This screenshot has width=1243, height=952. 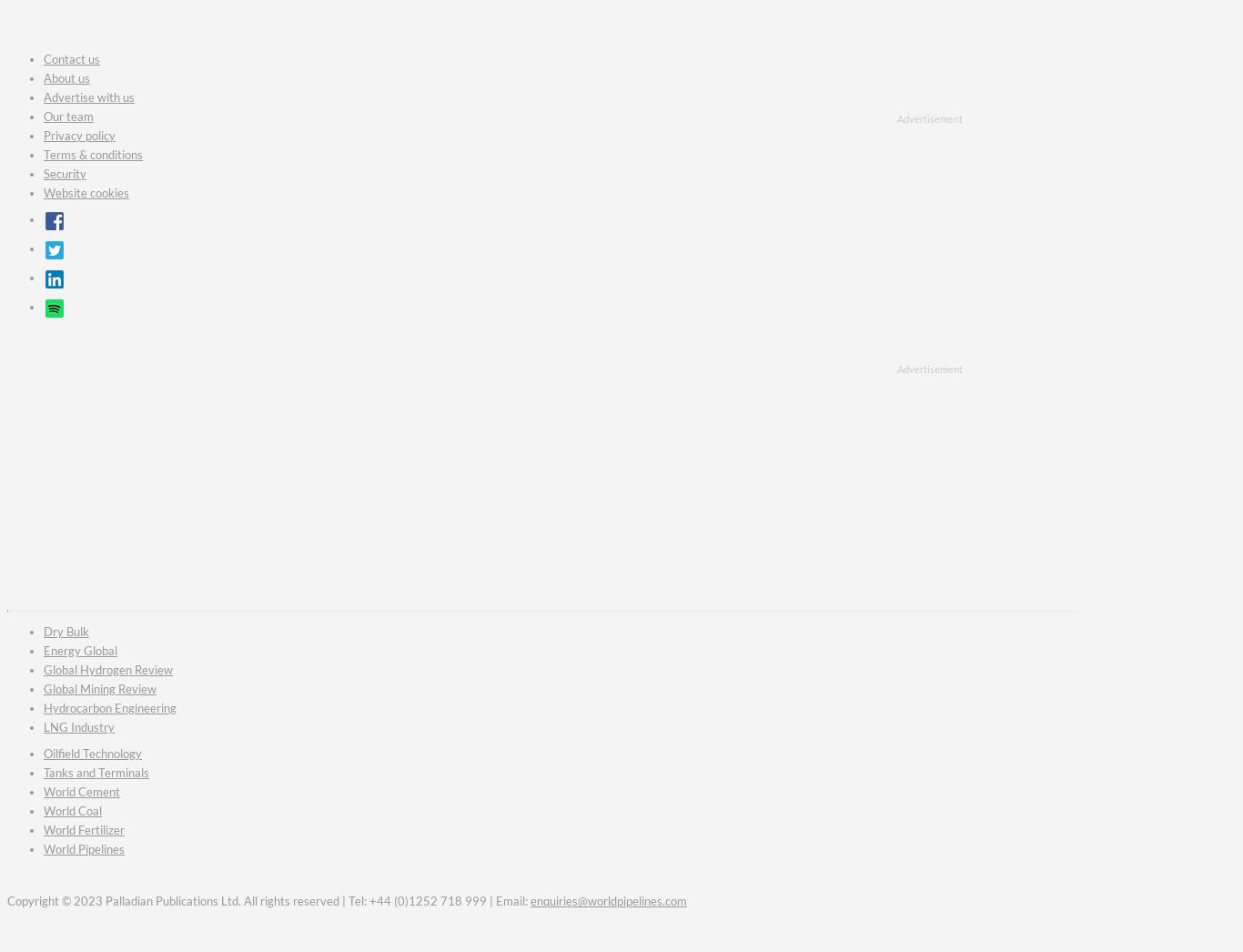 I want to click on 'World Coal', so click(x=73, y=810).